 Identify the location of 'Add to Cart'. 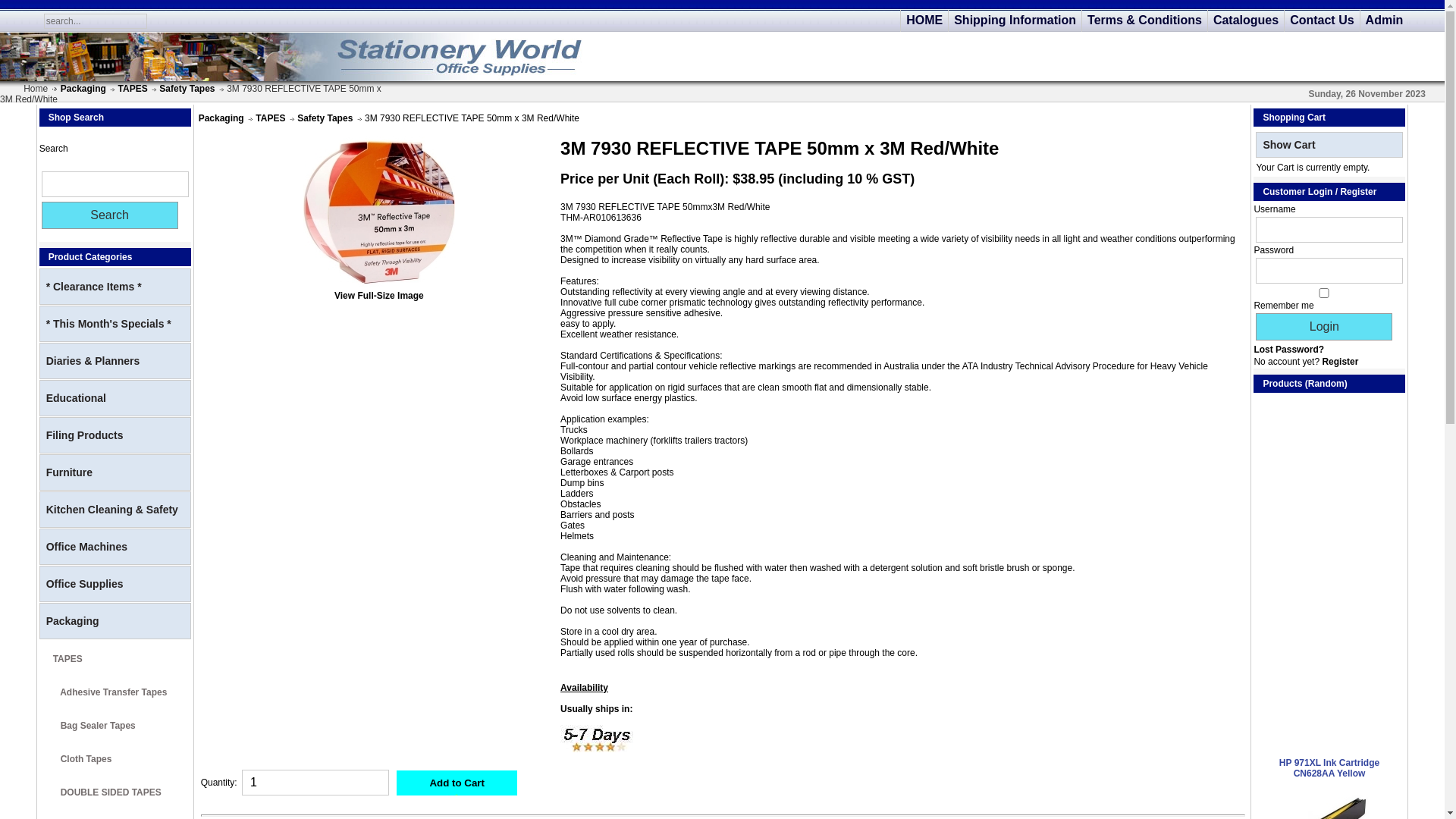
(457, 783).